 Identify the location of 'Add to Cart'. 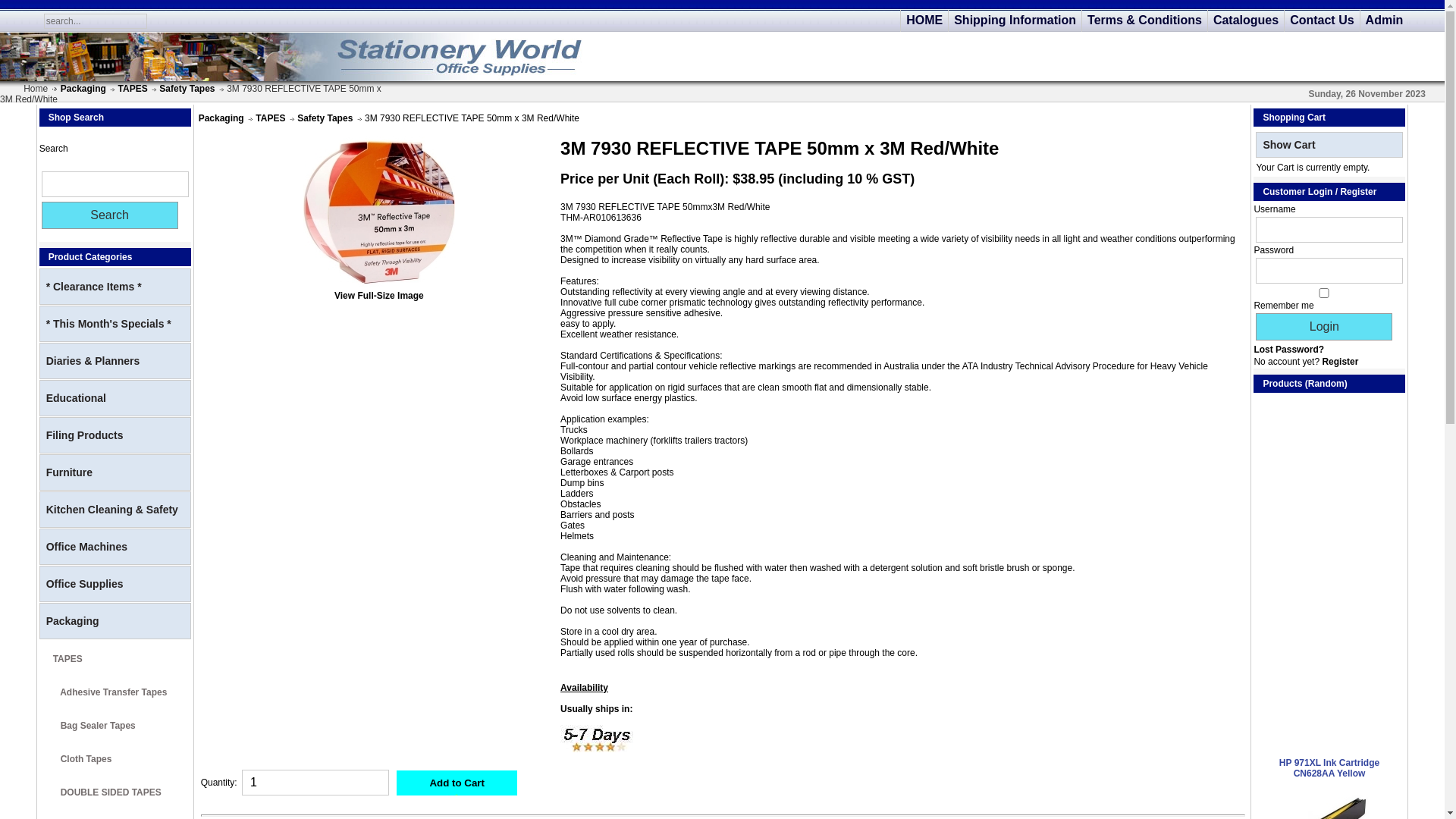
(457, 783).